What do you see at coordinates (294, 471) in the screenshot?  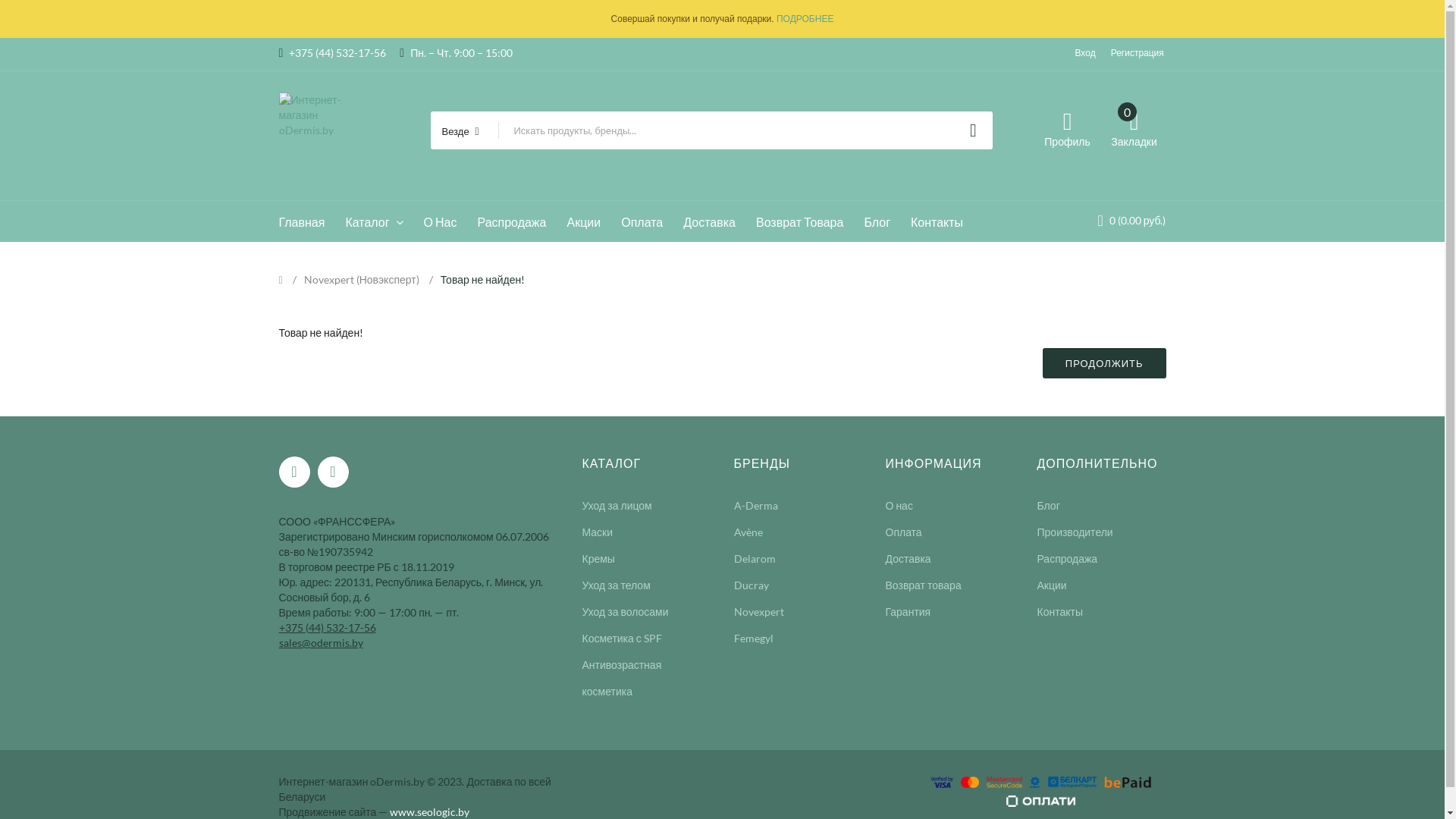 I see `'Facebook'` at bounding box center [294, 471].